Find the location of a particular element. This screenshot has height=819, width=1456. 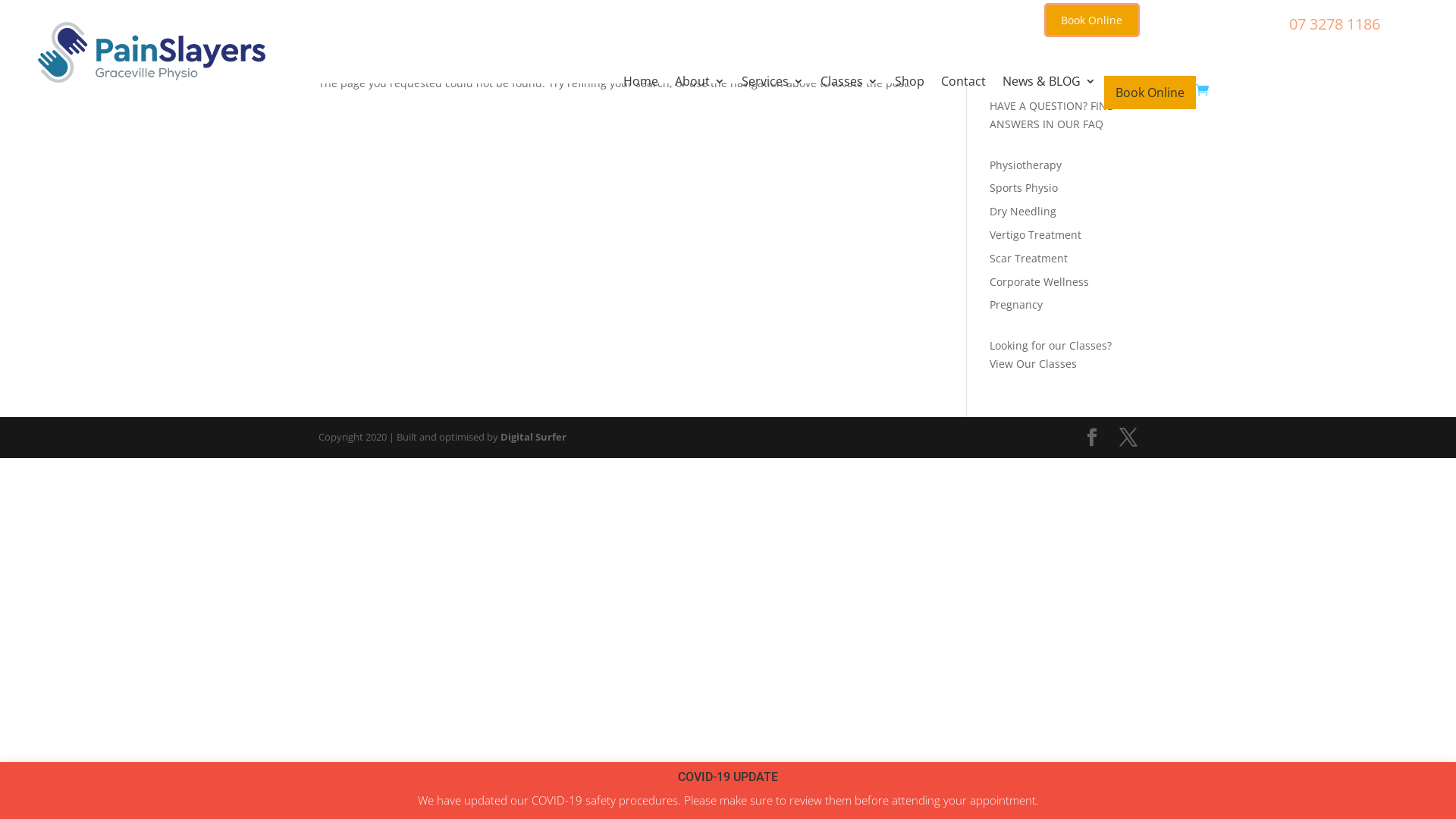

'News & BLOG' is located at coordinates (1048, 93).